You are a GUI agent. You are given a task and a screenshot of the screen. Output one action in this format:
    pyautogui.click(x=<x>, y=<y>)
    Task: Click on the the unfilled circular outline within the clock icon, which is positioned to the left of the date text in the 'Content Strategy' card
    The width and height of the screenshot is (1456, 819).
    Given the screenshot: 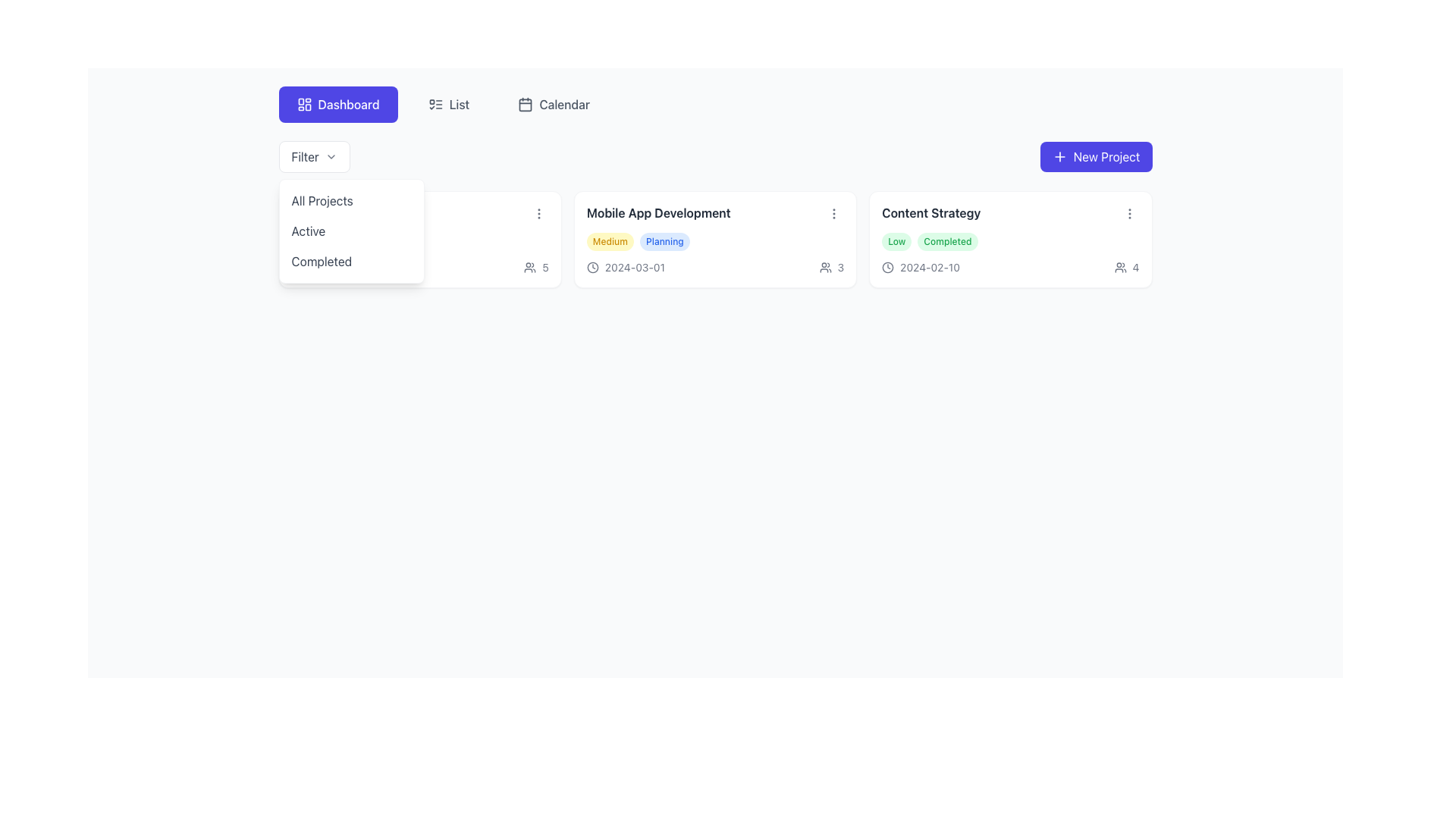 What is the action you would take?
    pyautogui.click(x=888, y=267)
    